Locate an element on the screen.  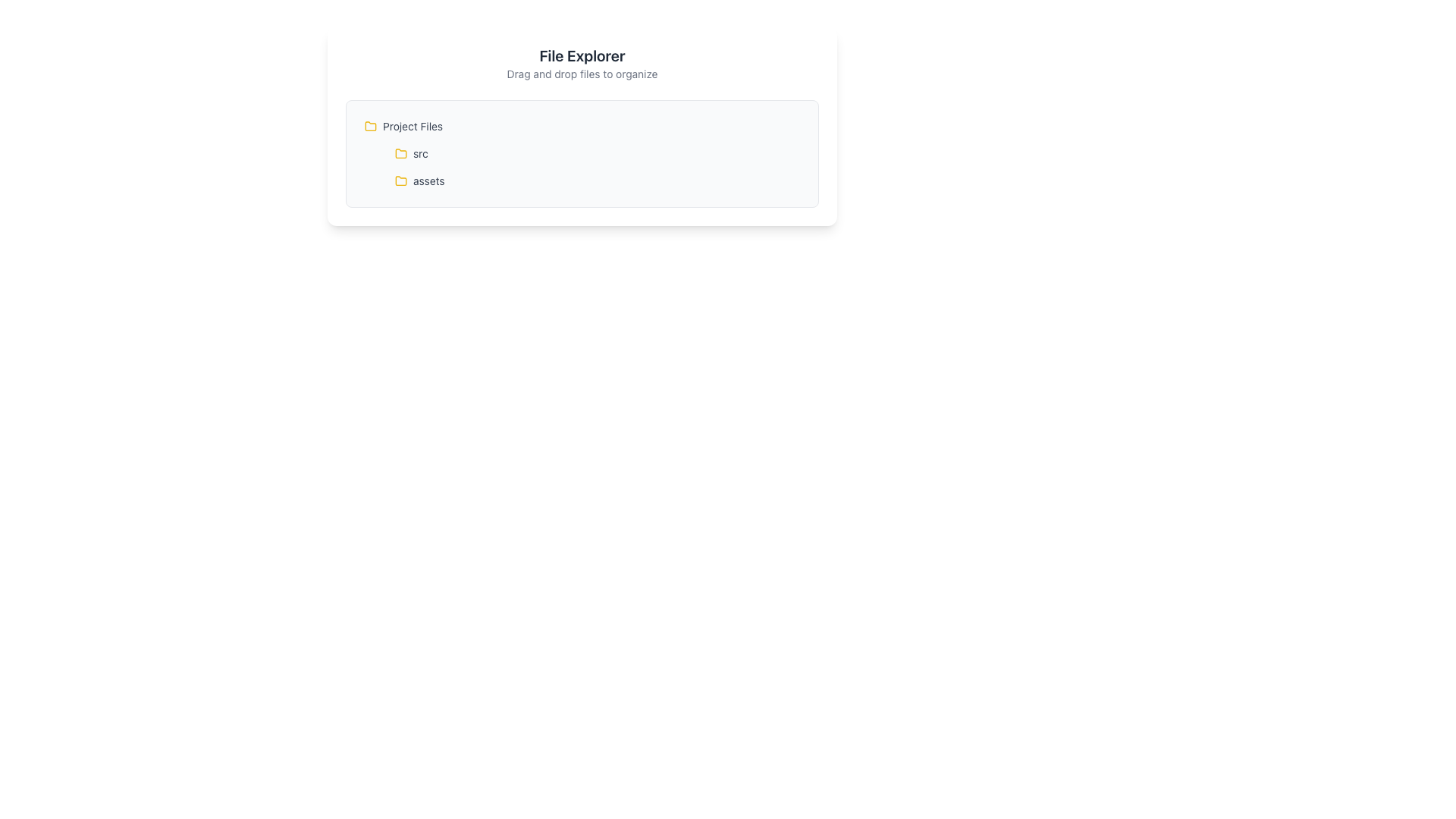
the 'plus' icon button in the top-right corner of the 'File Explorer' card is located at coordinates (775, 125).